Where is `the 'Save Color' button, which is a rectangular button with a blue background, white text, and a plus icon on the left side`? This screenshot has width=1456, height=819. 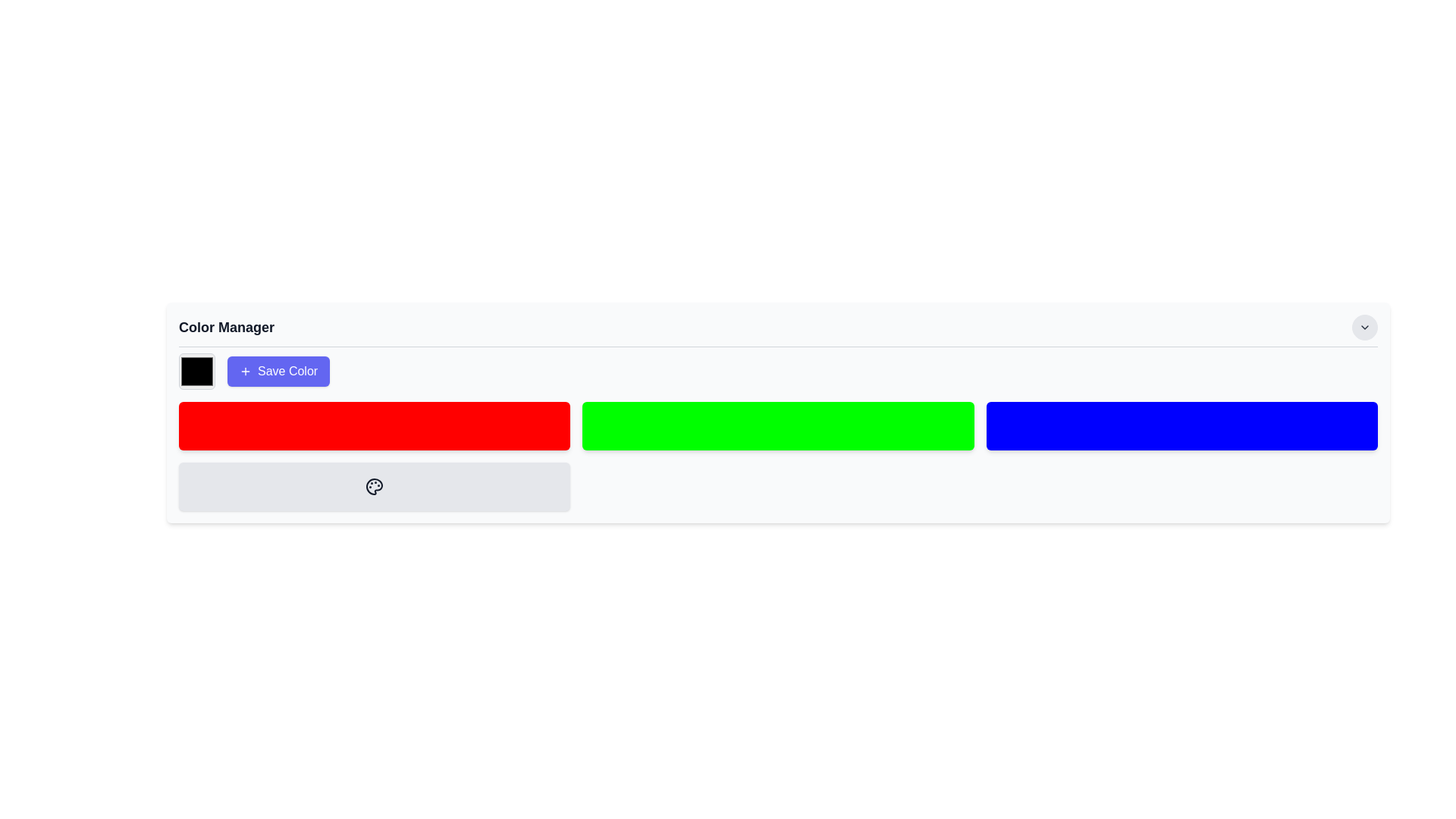 the 'Save Color' button, which is a rectangular button with a blue background, white text, and a plus icon on the left side is located at coordinates (278, 371).